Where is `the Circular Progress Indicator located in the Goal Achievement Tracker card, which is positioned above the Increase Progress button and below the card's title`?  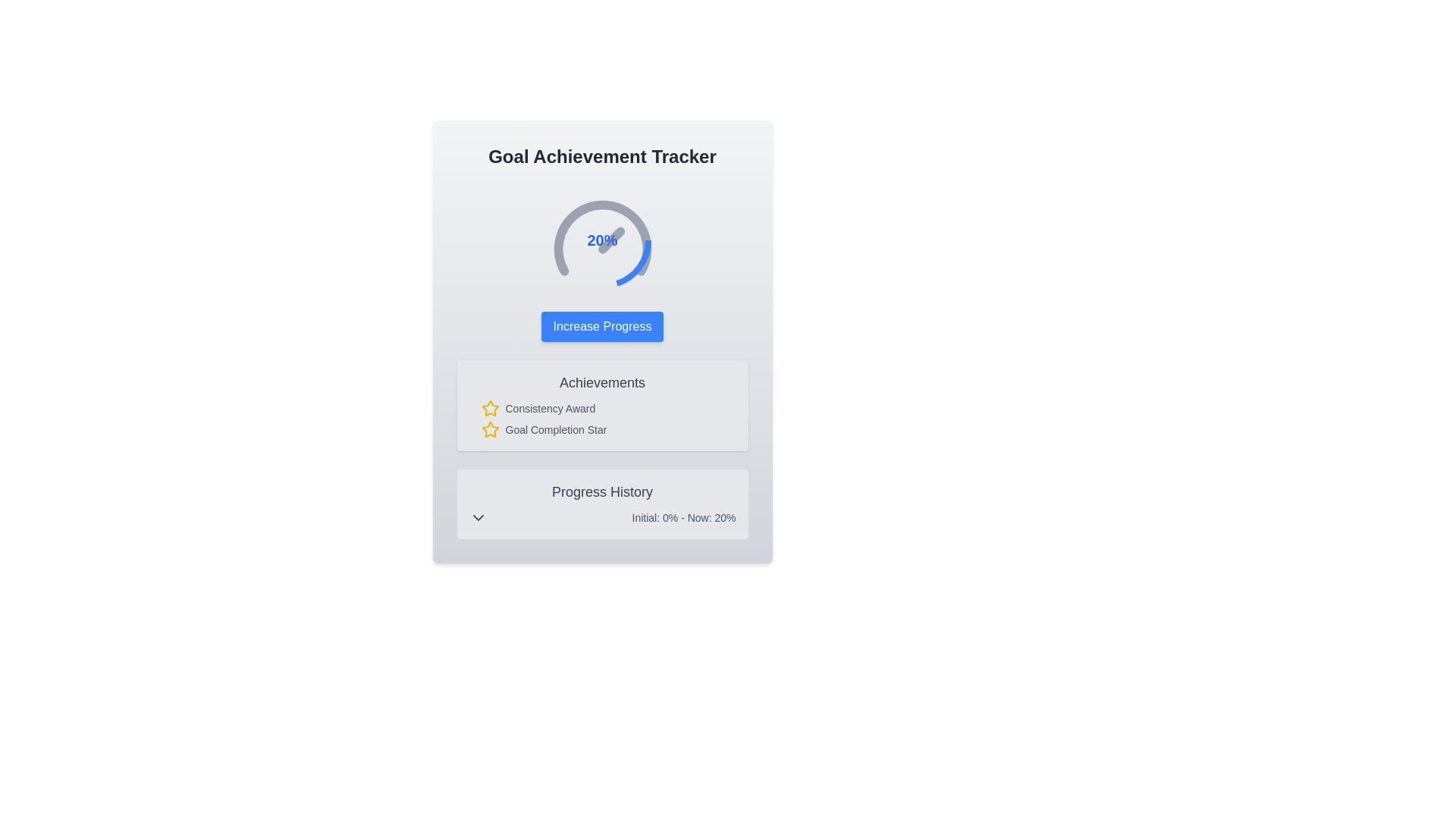 the Circular Progress Indicator located in the Goal Achievement Tracker card, which is positioned above the Increase Progress button and below the card's title is located at coordinates (601, 239).